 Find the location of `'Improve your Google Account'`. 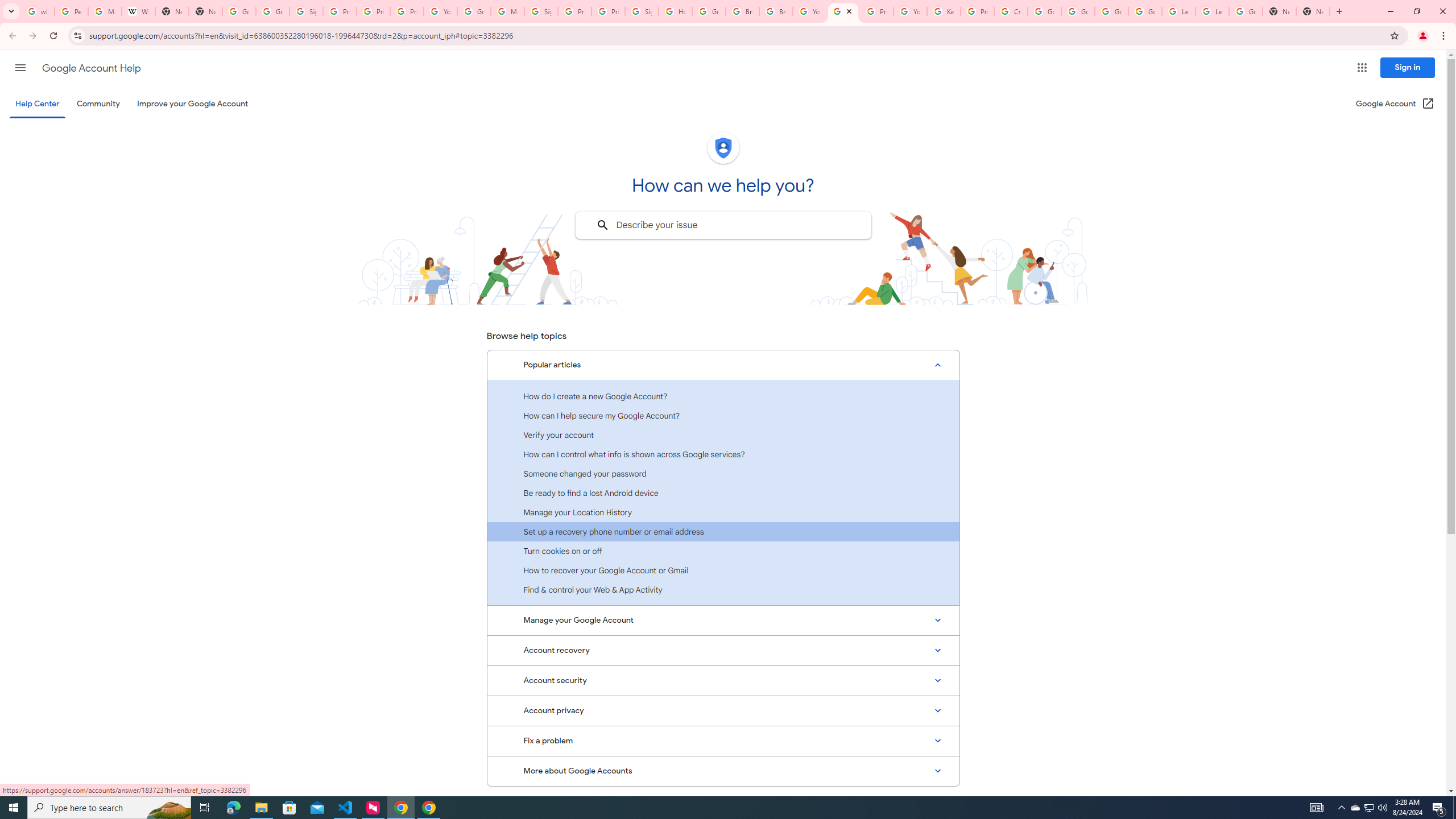

'Improve your Google Account' is located at coordinates (192, 103).